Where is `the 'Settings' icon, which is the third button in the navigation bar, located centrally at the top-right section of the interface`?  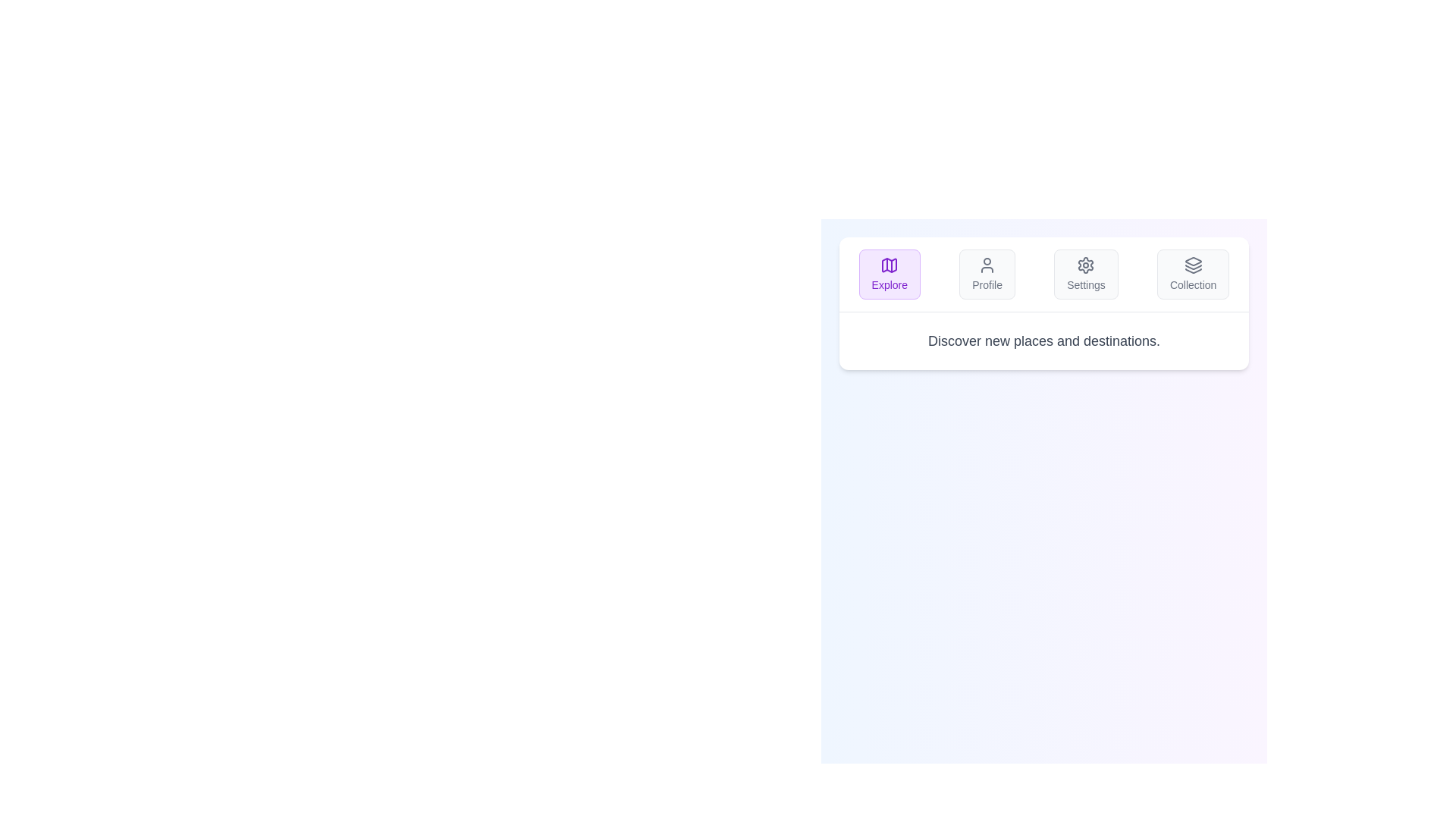 the 'Settings' icon, which is the third button in the navigation bar, located centrally at the top-right section of the interface is located at coordinates (1085, 265).